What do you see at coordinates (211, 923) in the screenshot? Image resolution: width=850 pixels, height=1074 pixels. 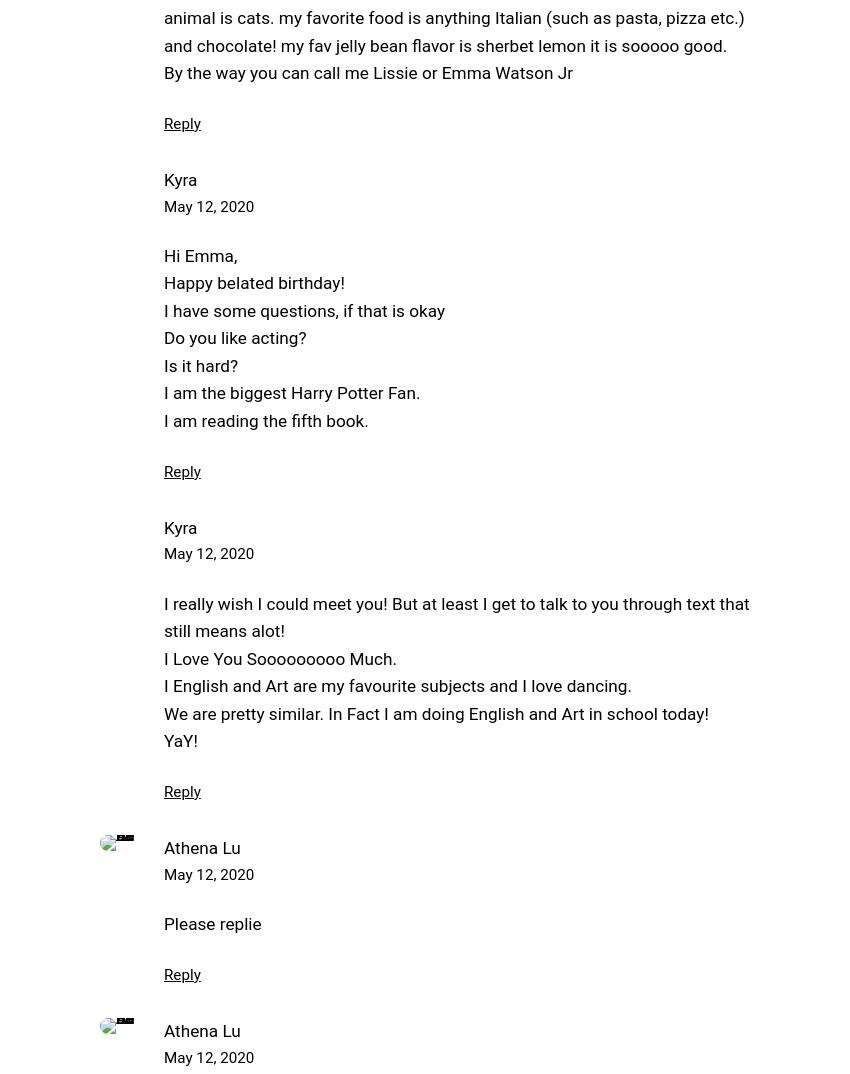 I see `'Please replie'` at bounding box center [211, 923].